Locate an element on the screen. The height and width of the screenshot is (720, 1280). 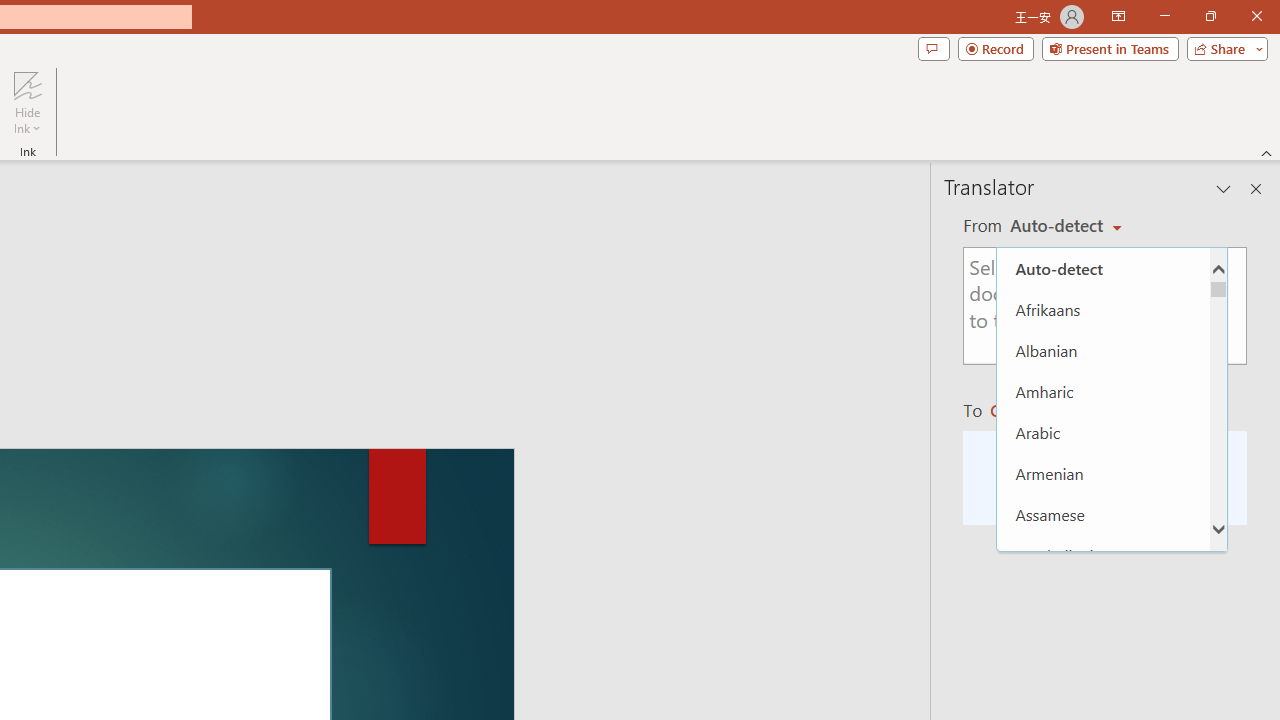
'Amharic' is located at coordinates (1102, 391).